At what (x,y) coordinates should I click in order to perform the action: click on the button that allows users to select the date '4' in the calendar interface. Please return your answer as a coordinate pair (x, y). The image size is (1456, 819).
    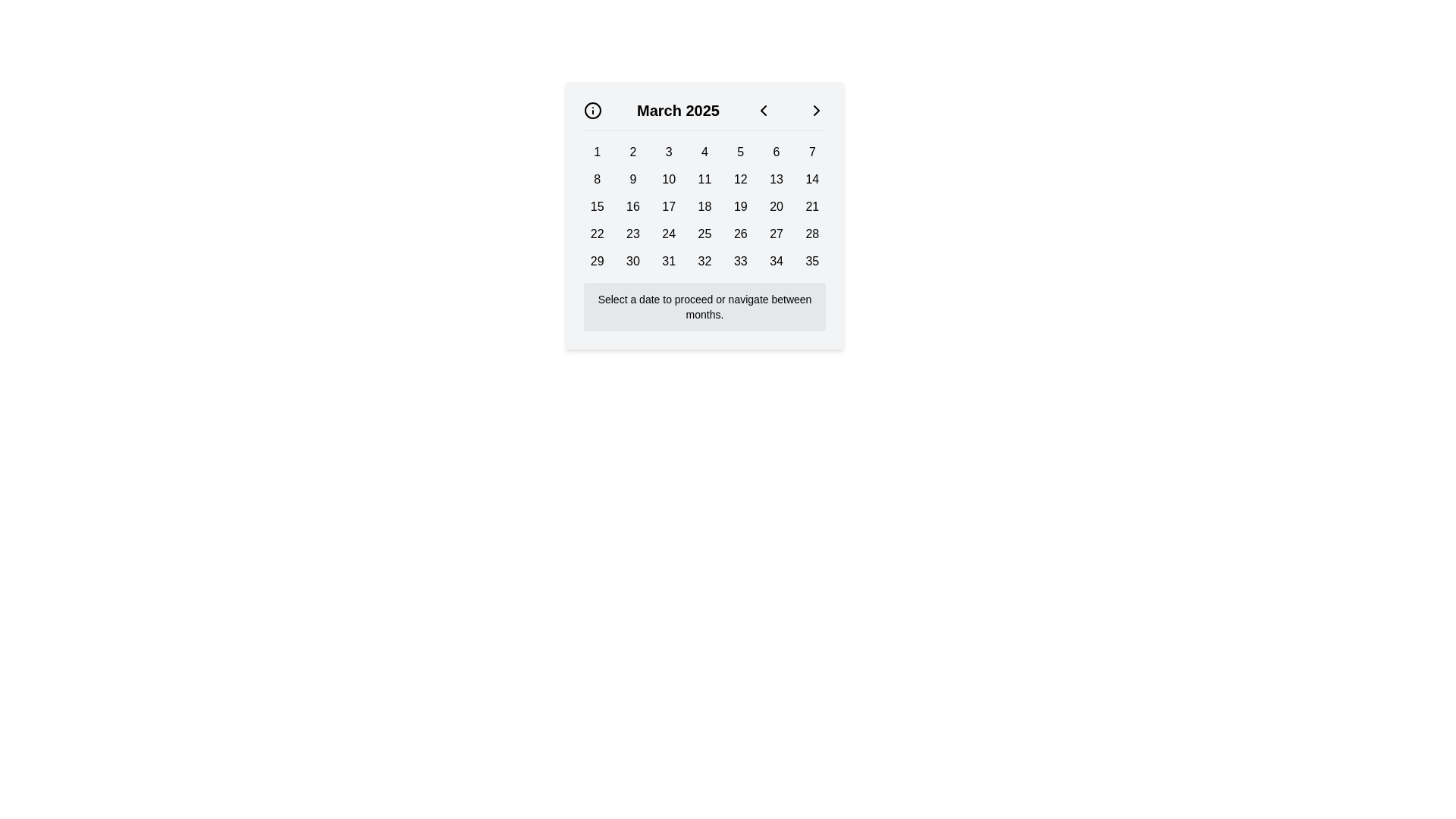
    Looking at the image, I should click on (704, 152).